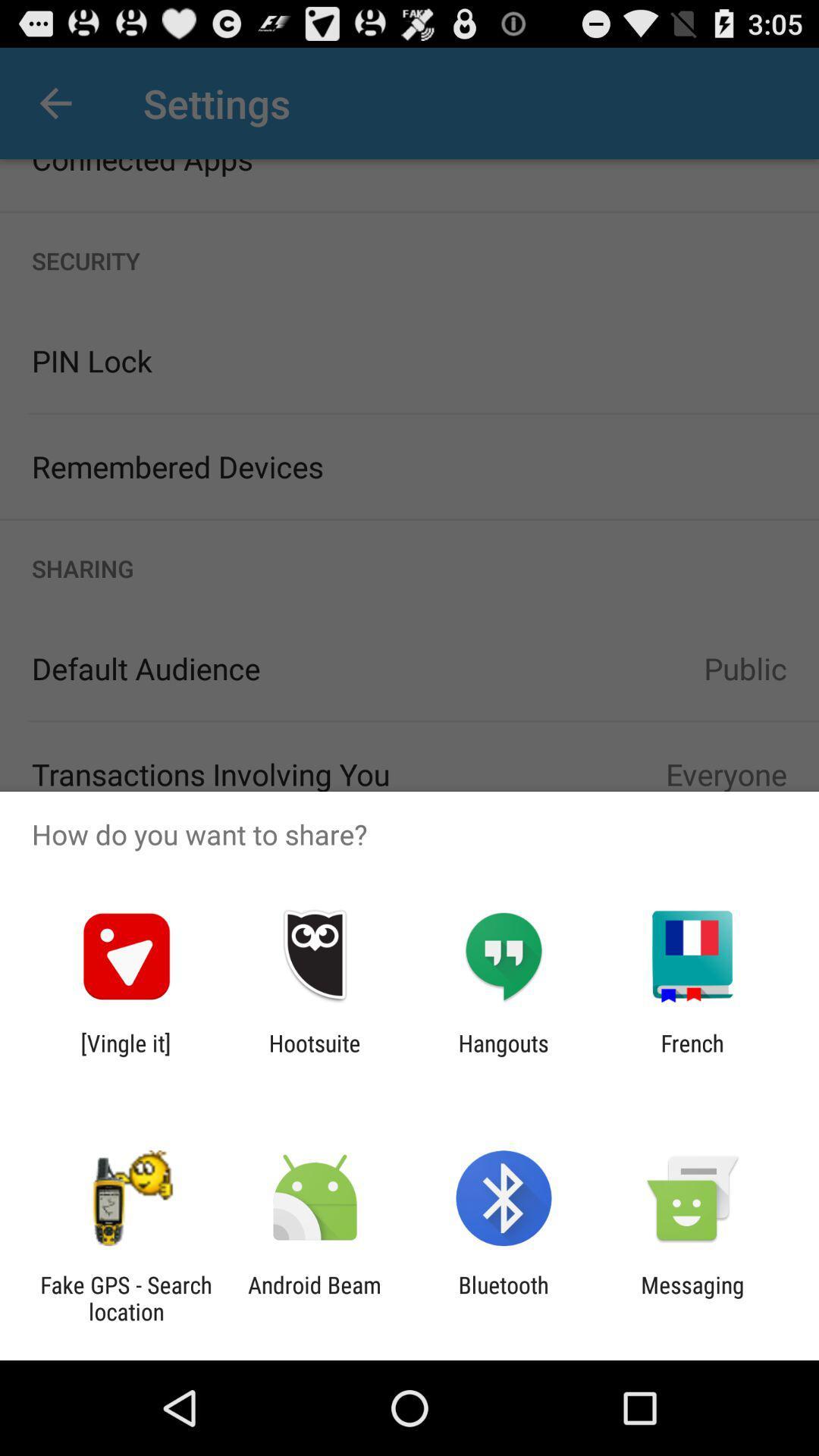 The width and height of the screenshot is (819, 1456). What do you see at coordinates (504, 1298) in the screenshot?
I see `item next to the messaging icon` at bounding box center [504, 1298].